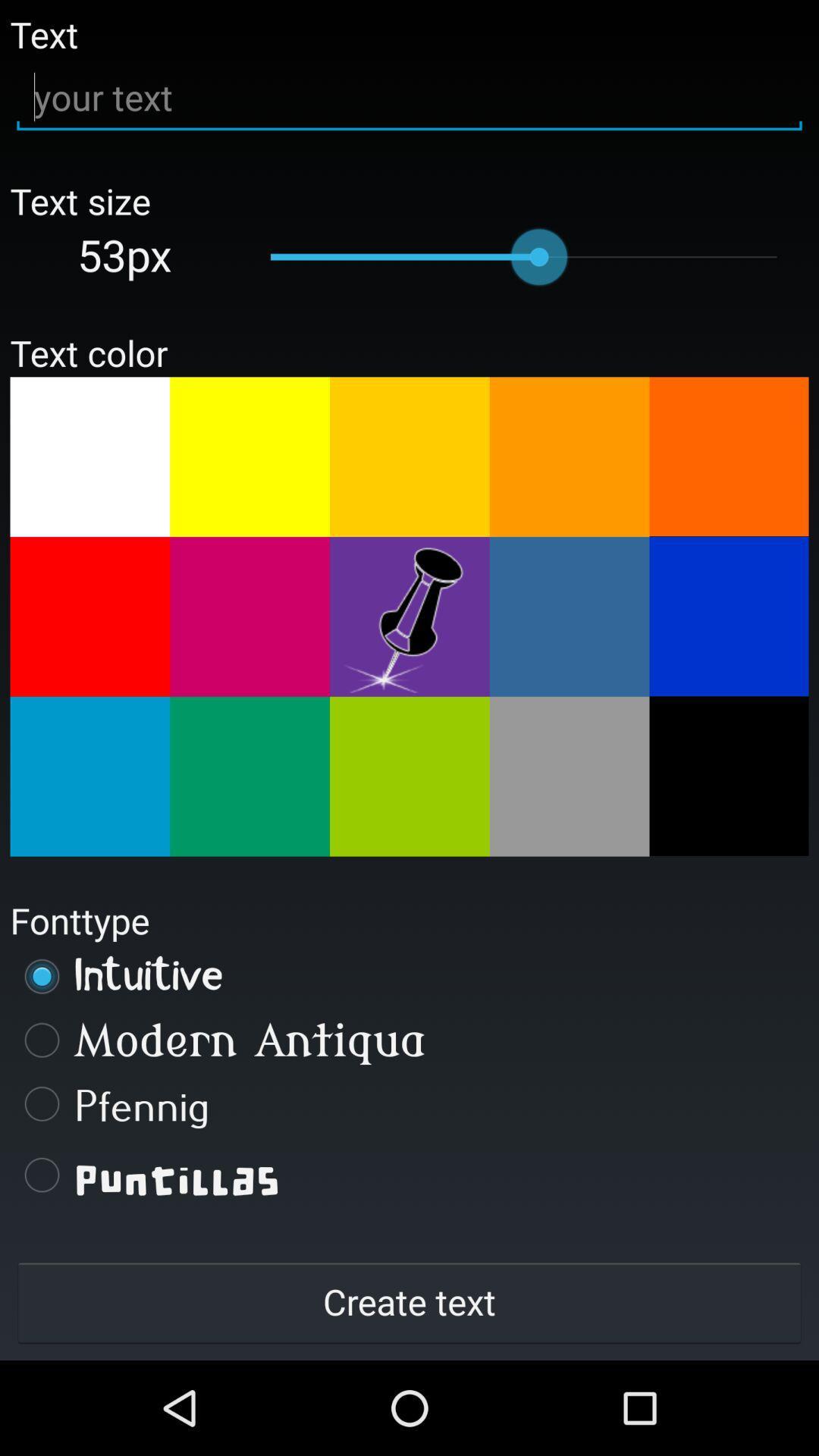  What do you see at coordinates (728, 776) in the screenshot?
I see `selects black for the text color` at bounding box center [728, 776].